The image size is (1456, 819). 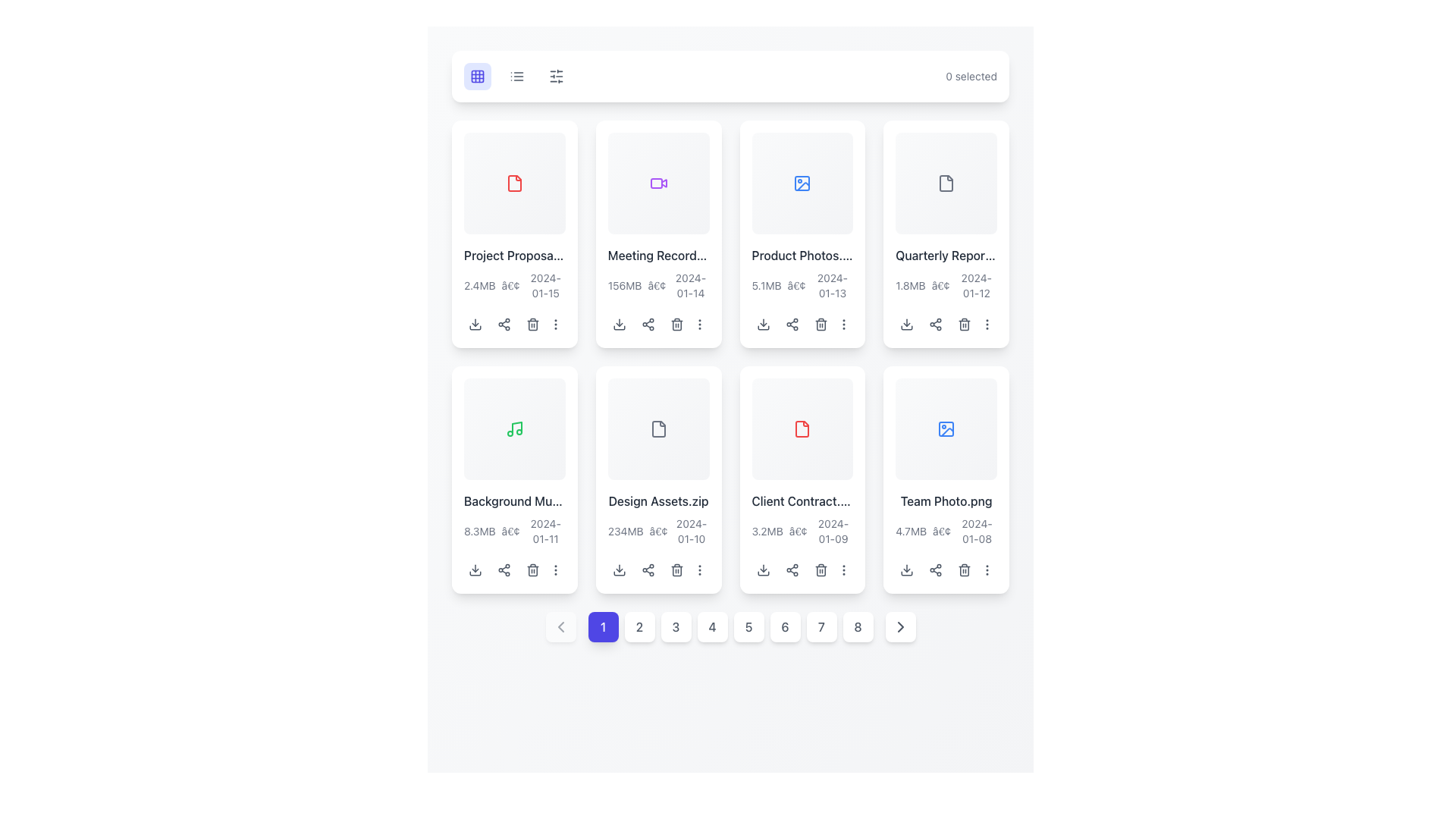 What do you see at coordinates (658, 254) in the screenshot?
I see `the text label that displays the title of the associated file, located in the second column of the first row within the grid layout` at bounding box center [658, 254].